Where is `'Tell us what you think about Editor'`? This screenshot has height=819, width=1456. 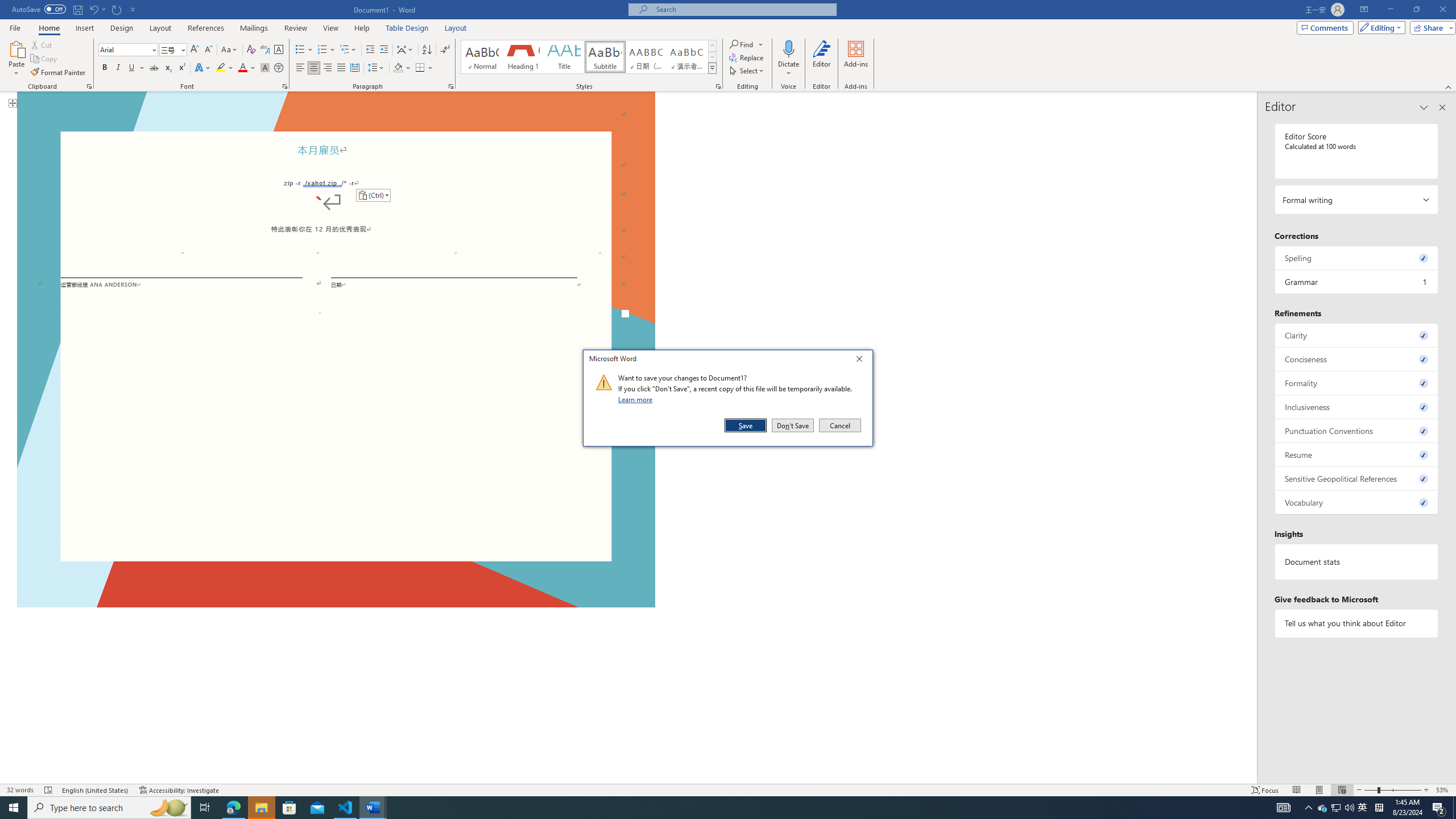
'Tell us what you think about Editor' is located at coordinates (1356, 623).